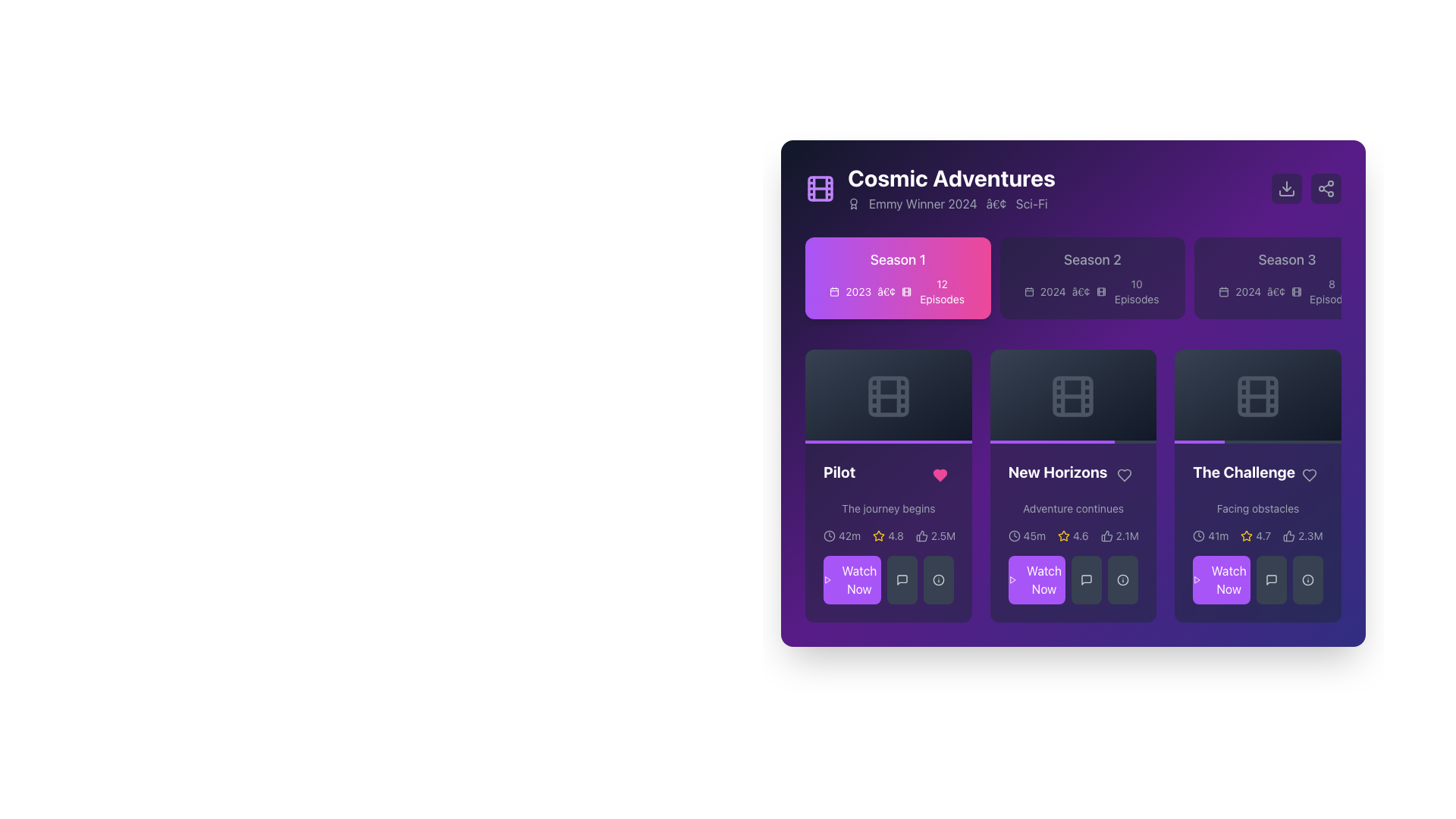 The image size is (1456, 819). Describe the element at coordinates (937, 579) in the screenshot. I see `the action button located as the third button in the sequence beneath the 'Pilot' card` at that location.